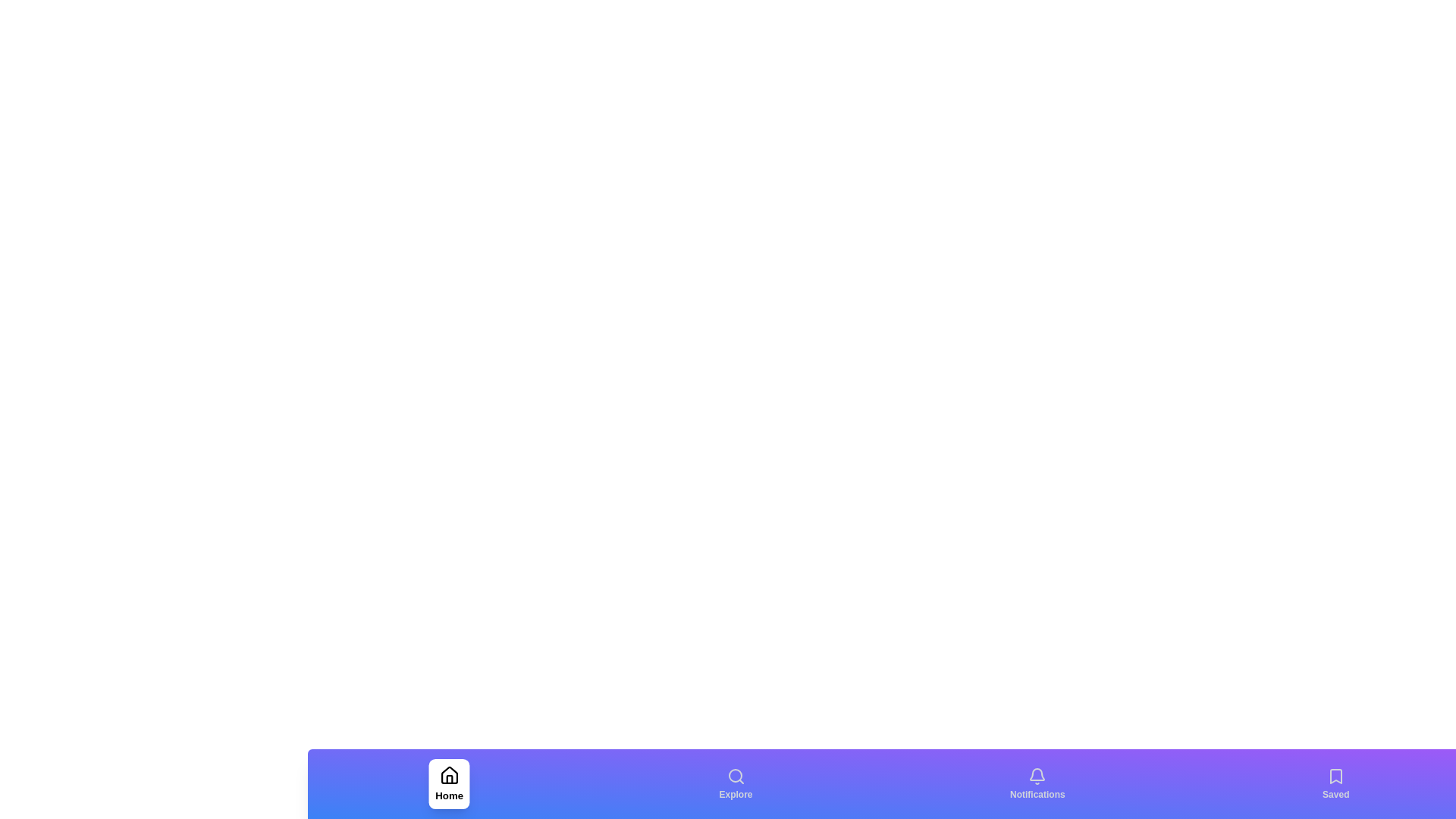 This screenshot has width=1456, height=819. Describe the element at coordinates (1335, 783) in the screenshot. I see `the Saved navigation tab` at that location.